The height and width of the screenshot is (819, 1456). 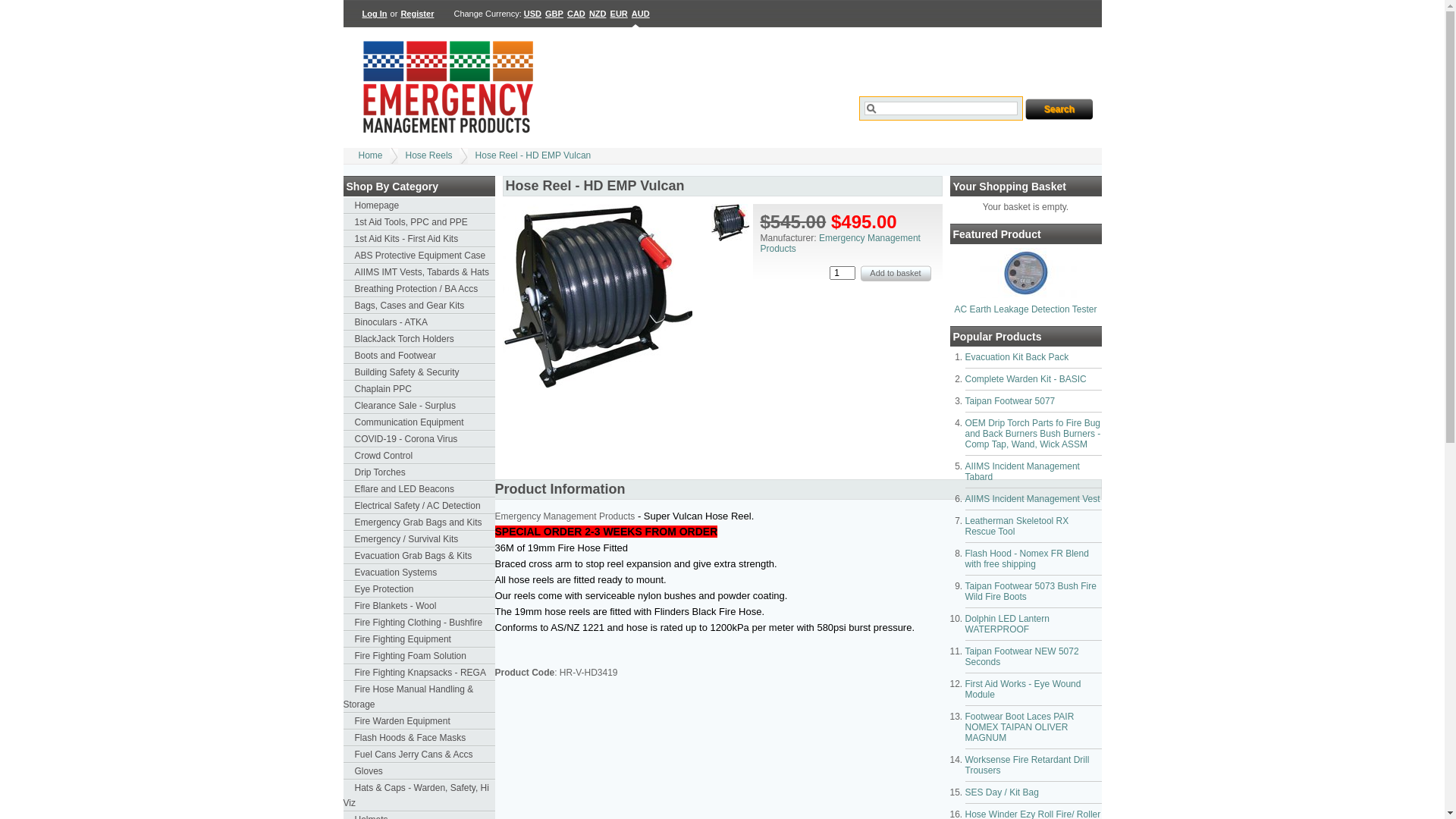 I want to click on 'Worksense Fire Retardant Drill Trousers', so click(x=1026, y=765).